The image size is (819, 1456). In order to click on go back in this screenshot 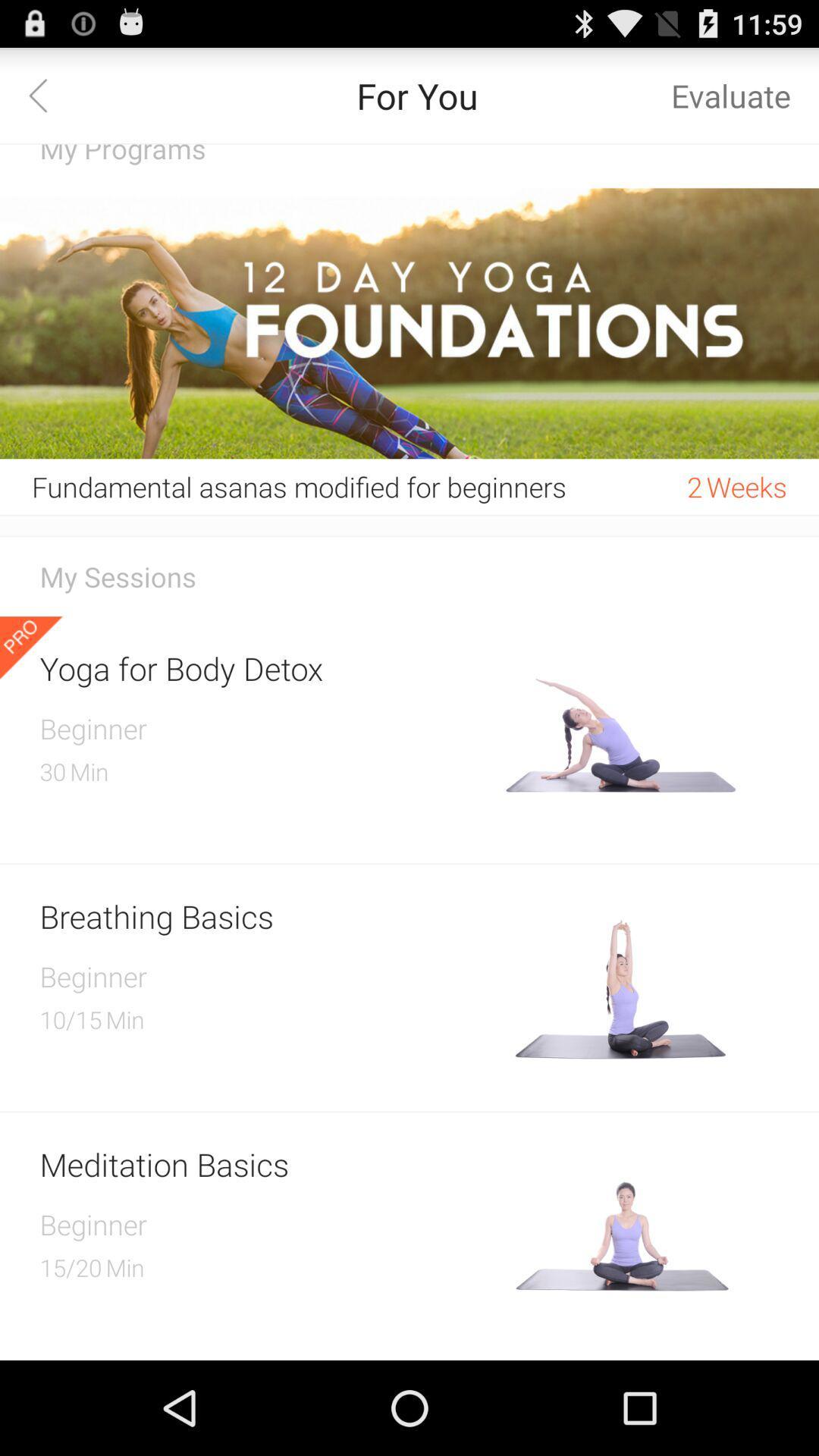, I will do `click(46, 94)`.